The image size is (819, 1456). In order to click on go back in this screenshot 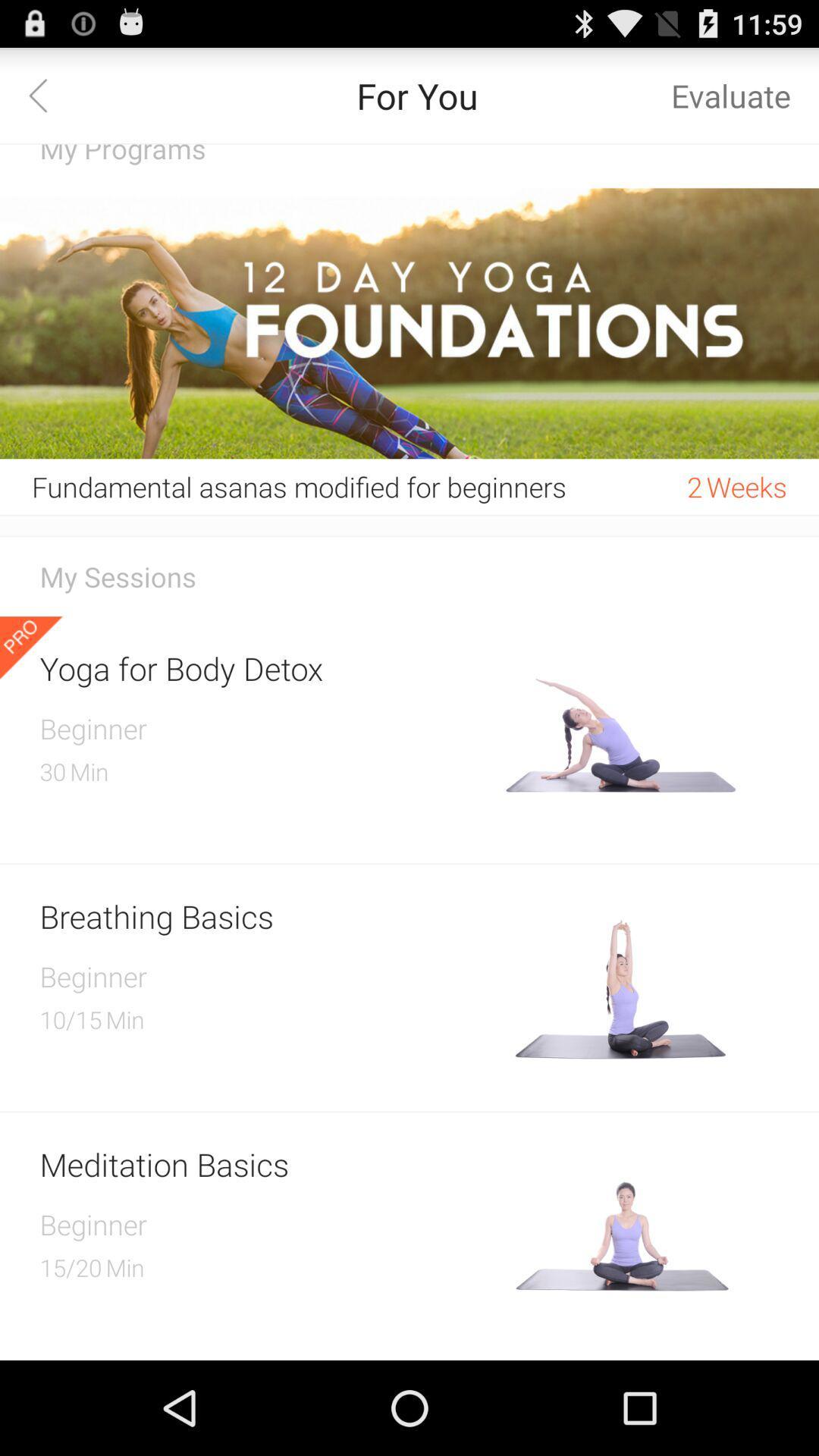, I will do `click(46, 94)`.